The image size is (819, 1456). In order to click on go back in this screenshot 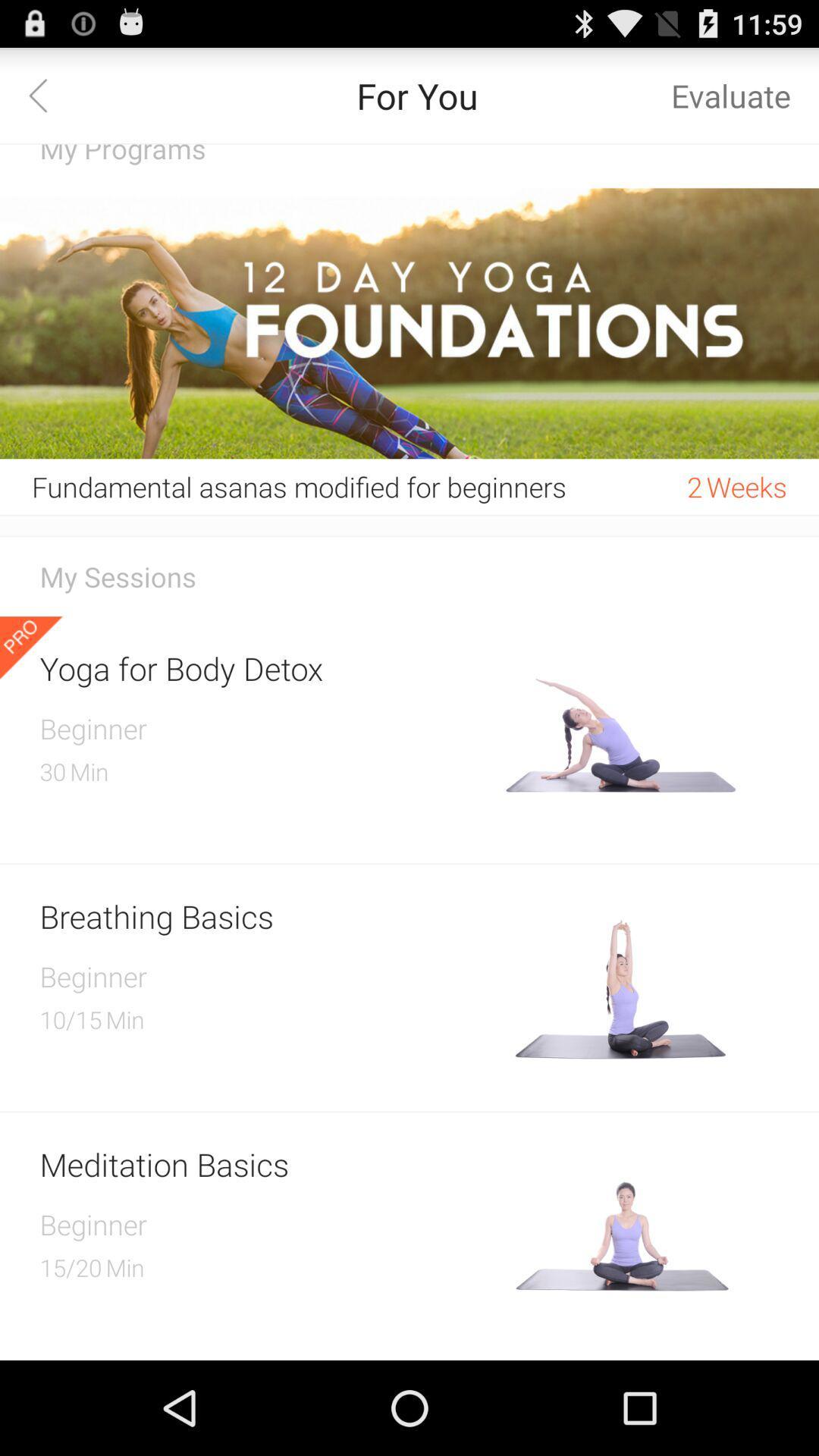, I will do `click(46, 94)`.